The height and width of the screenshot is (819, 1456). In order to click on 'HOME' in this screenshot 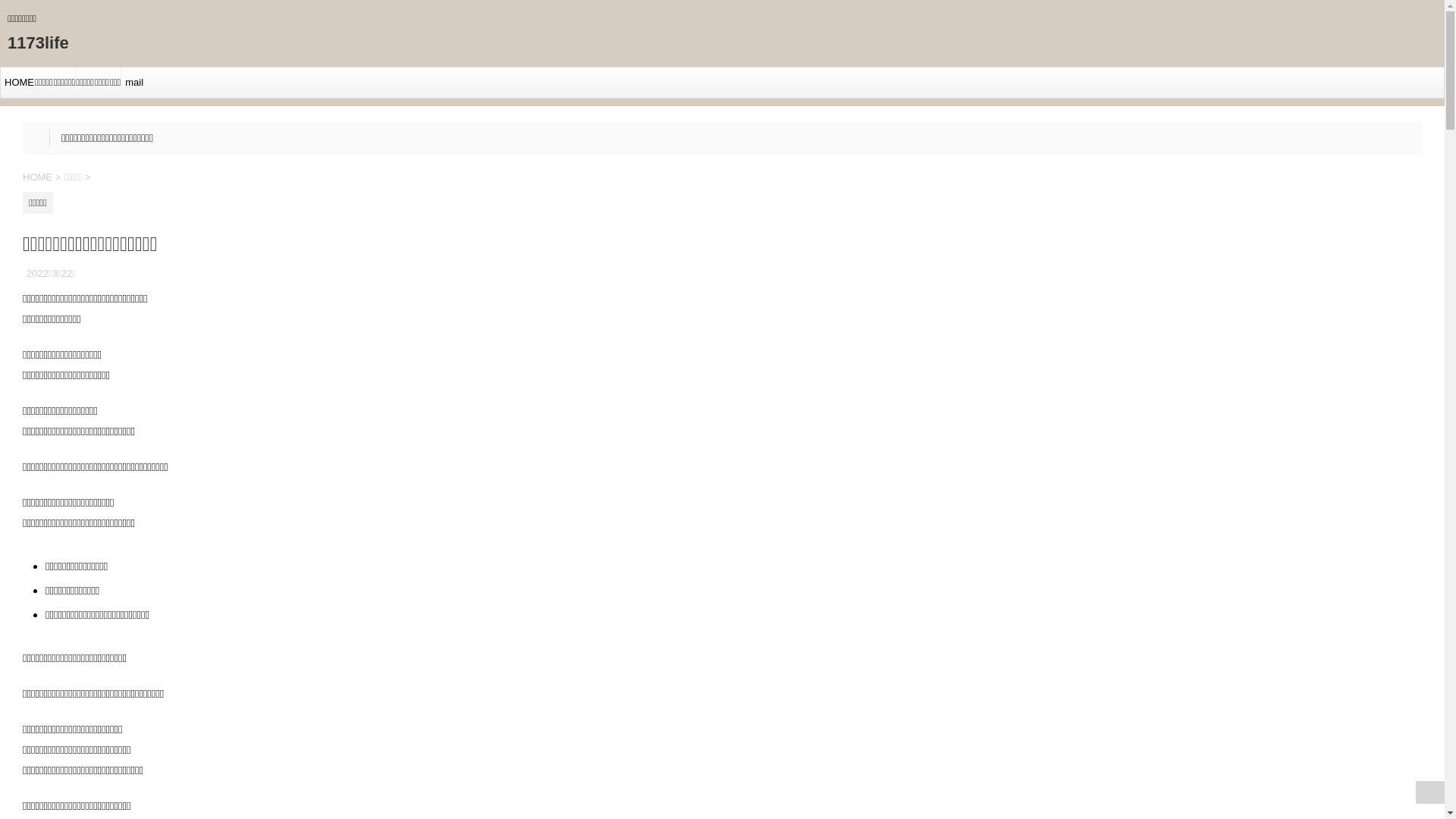, I will do `click(39, 176)`.